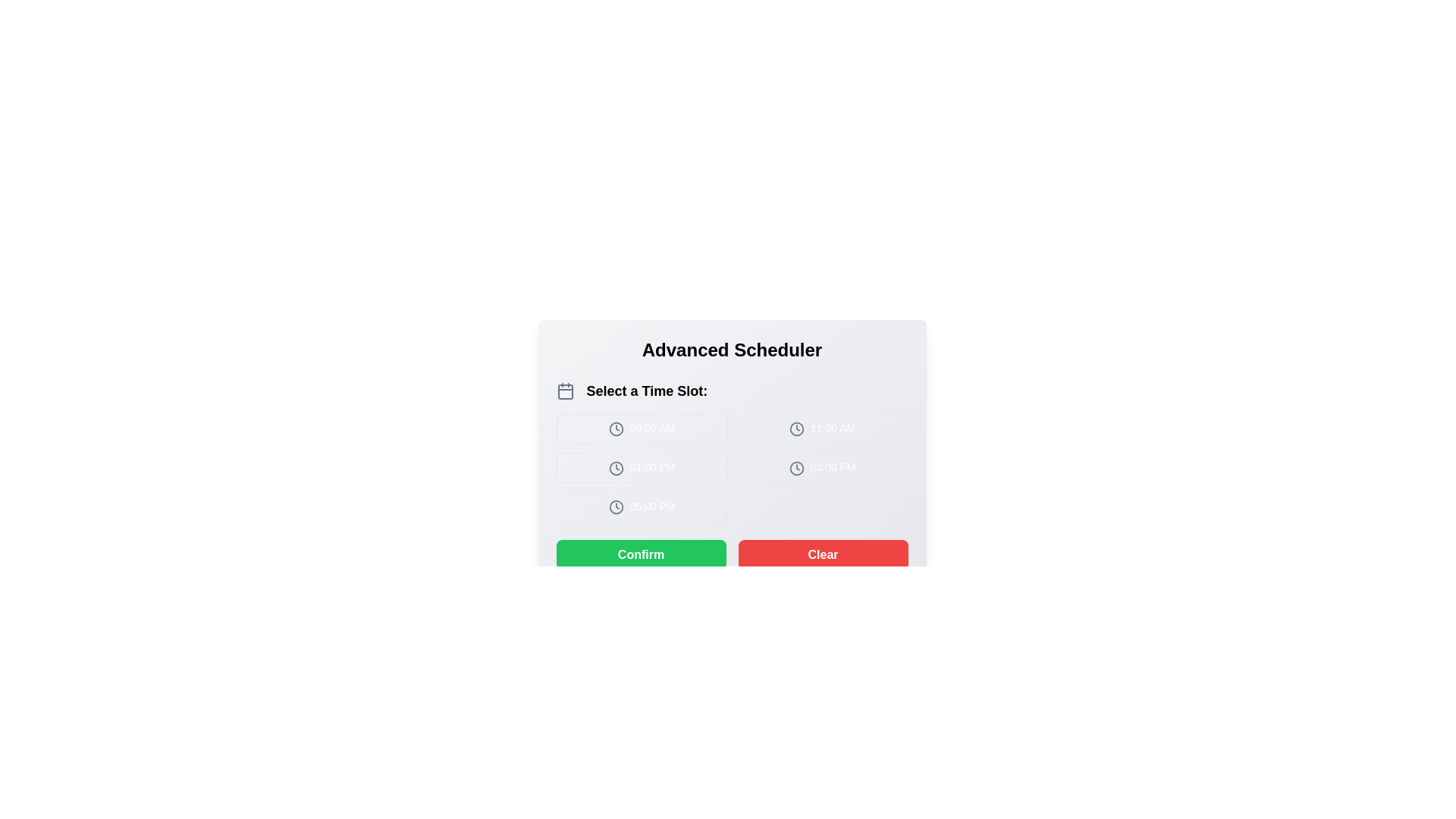 This screenshot has height=819, width=1456. What do you see at coordinates (564, 391) in the screenshot?
I see `the minimalist gray outlined calendar icon indicating date selection, located to the left of the 'Select a Time Slot:' text` at bounding box center [564, 391].